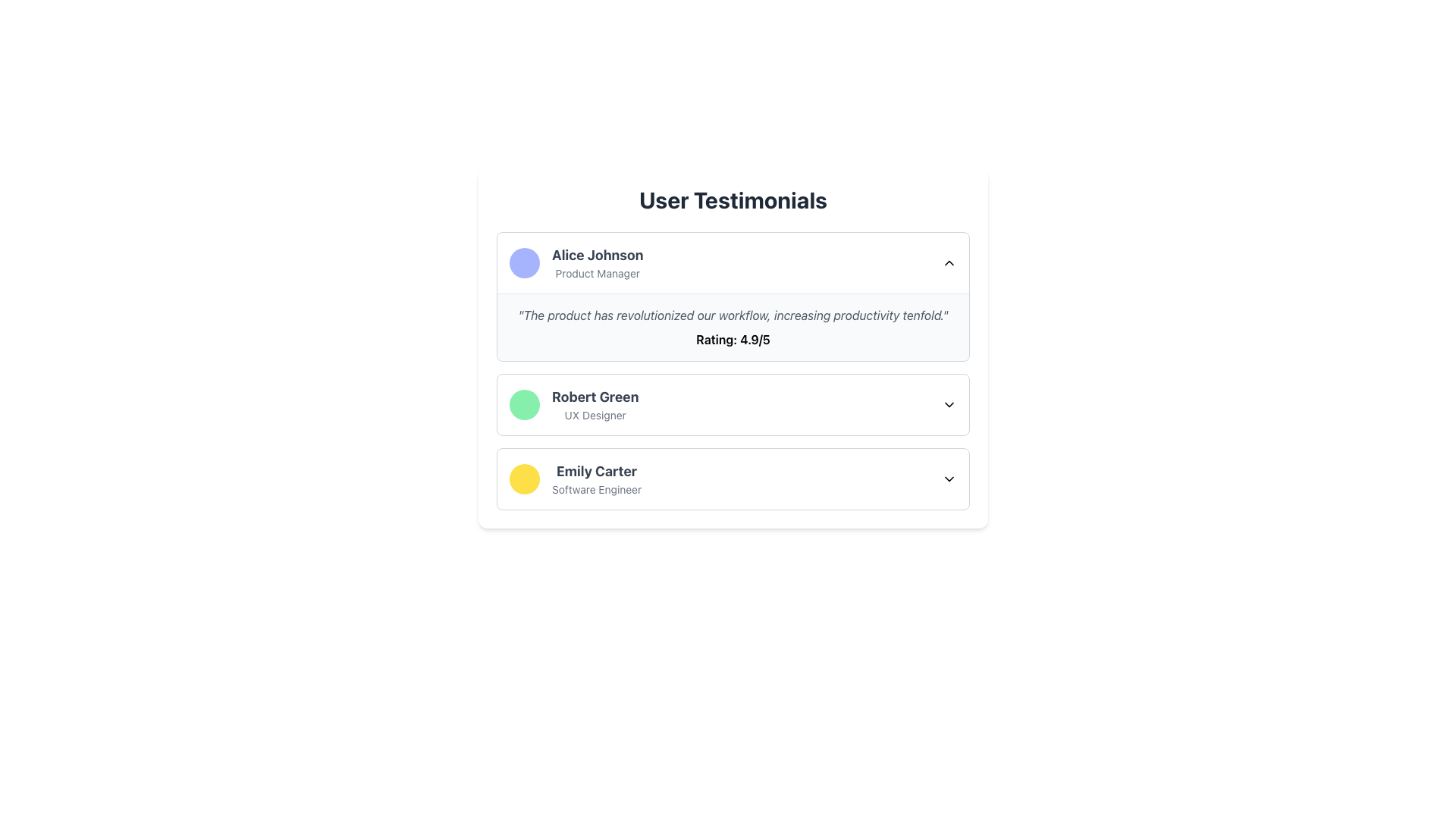 The image size is (1456, 819). Describe the element at coordinates (949, 262) in the screenshot. I see `the Dropdown toggle (Chevron icon) located at the far-right end of the 'Alice Johnson - Product Manager' section` at that location.